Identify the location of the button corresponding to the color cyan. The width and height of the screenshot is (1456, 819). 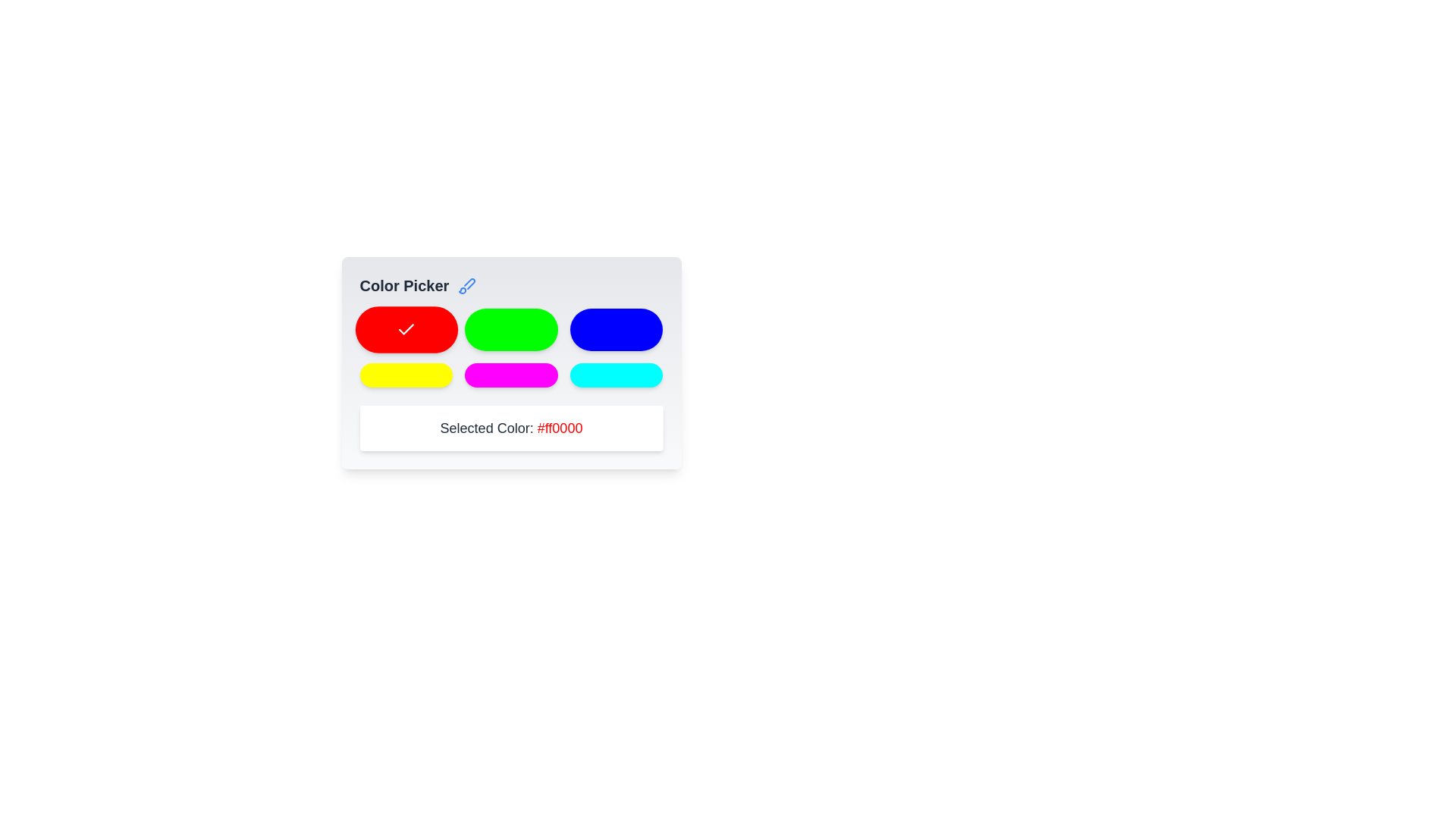
(617, 375).